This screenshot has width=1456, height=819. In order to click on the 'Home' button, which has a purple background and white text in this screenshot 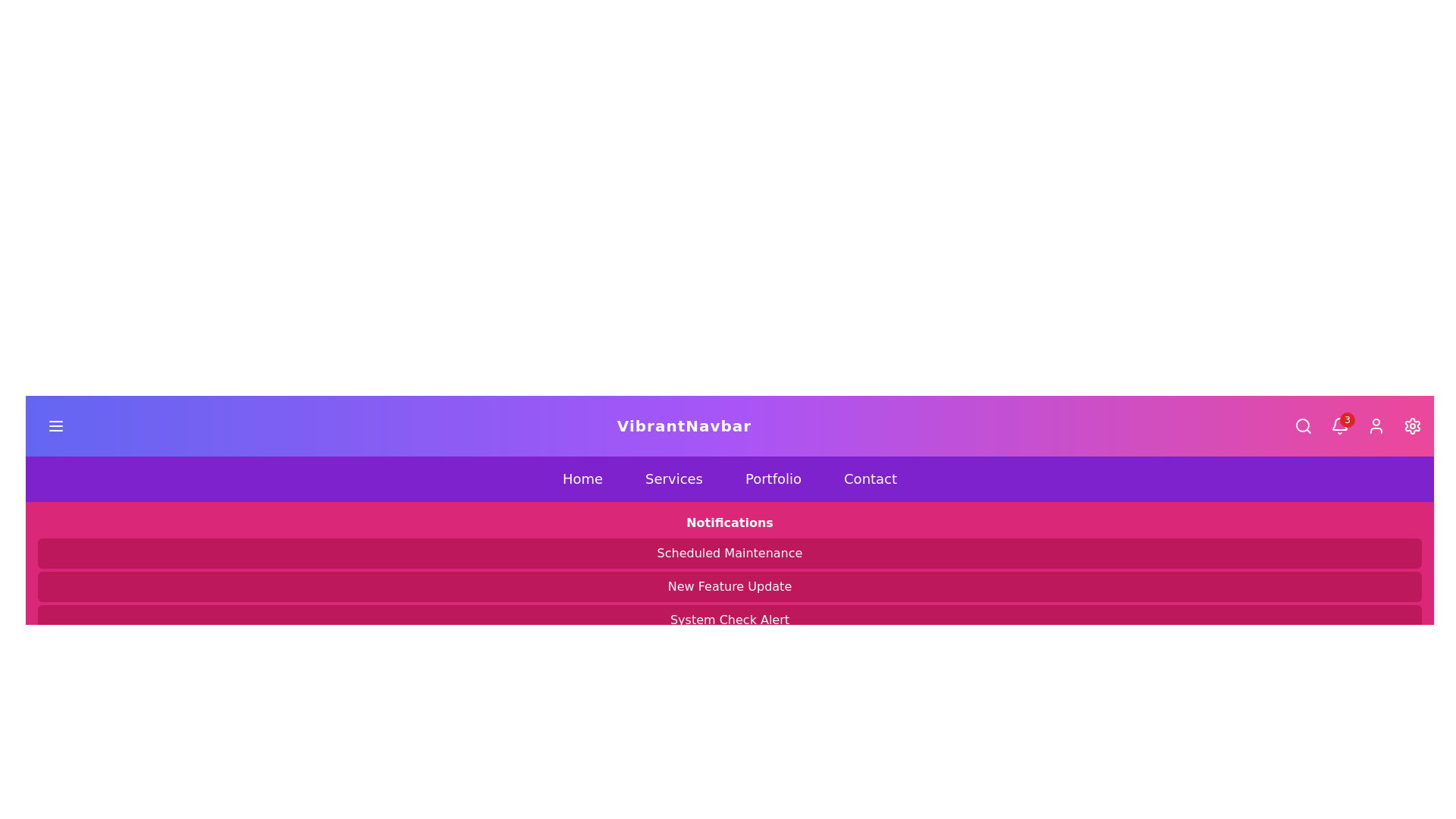, I will do `click(582, 479)`.